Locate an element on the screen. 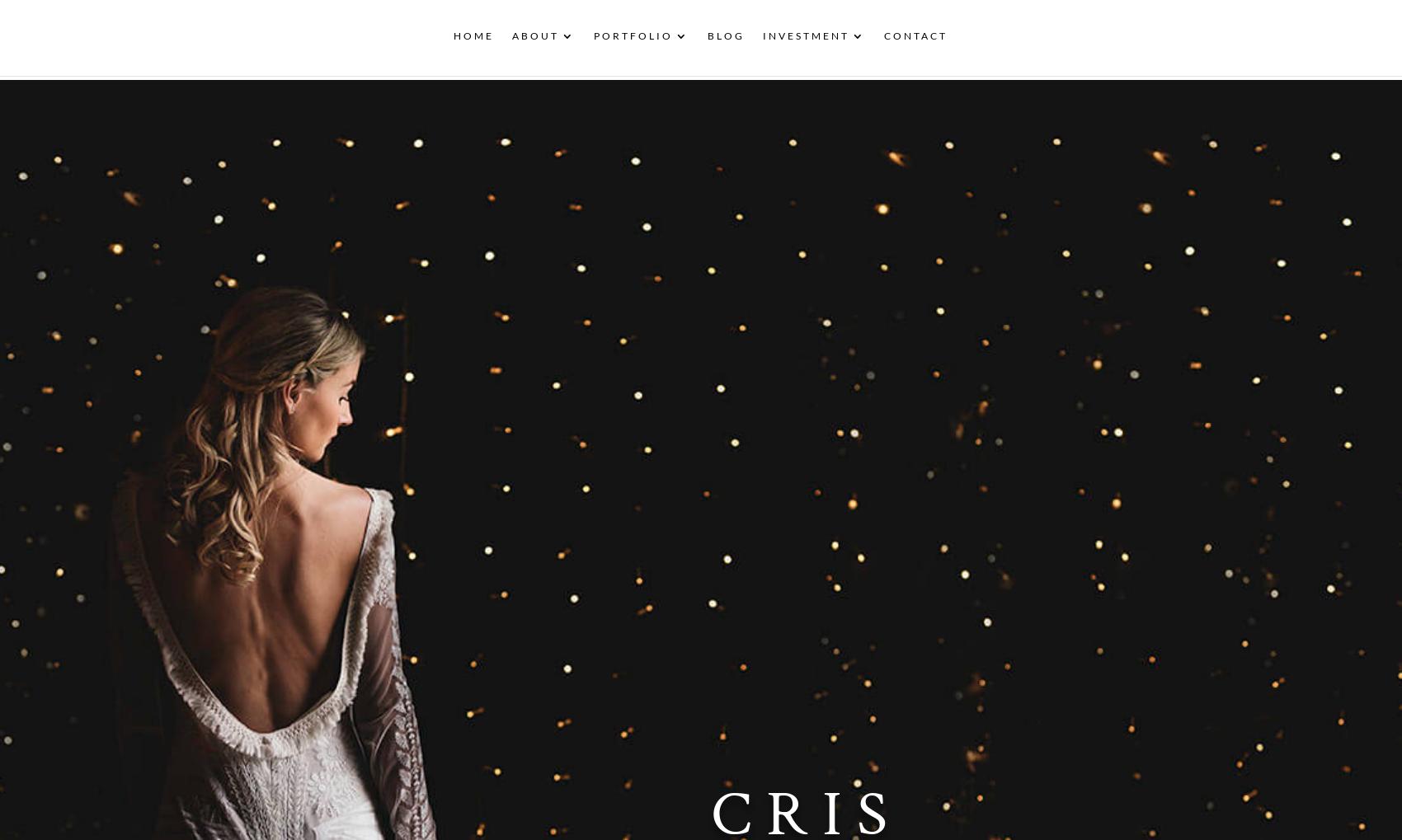 Image resolution: width=1402 pixels, height=840 pixels. 'Contact' is located at coordinates (915, 40).